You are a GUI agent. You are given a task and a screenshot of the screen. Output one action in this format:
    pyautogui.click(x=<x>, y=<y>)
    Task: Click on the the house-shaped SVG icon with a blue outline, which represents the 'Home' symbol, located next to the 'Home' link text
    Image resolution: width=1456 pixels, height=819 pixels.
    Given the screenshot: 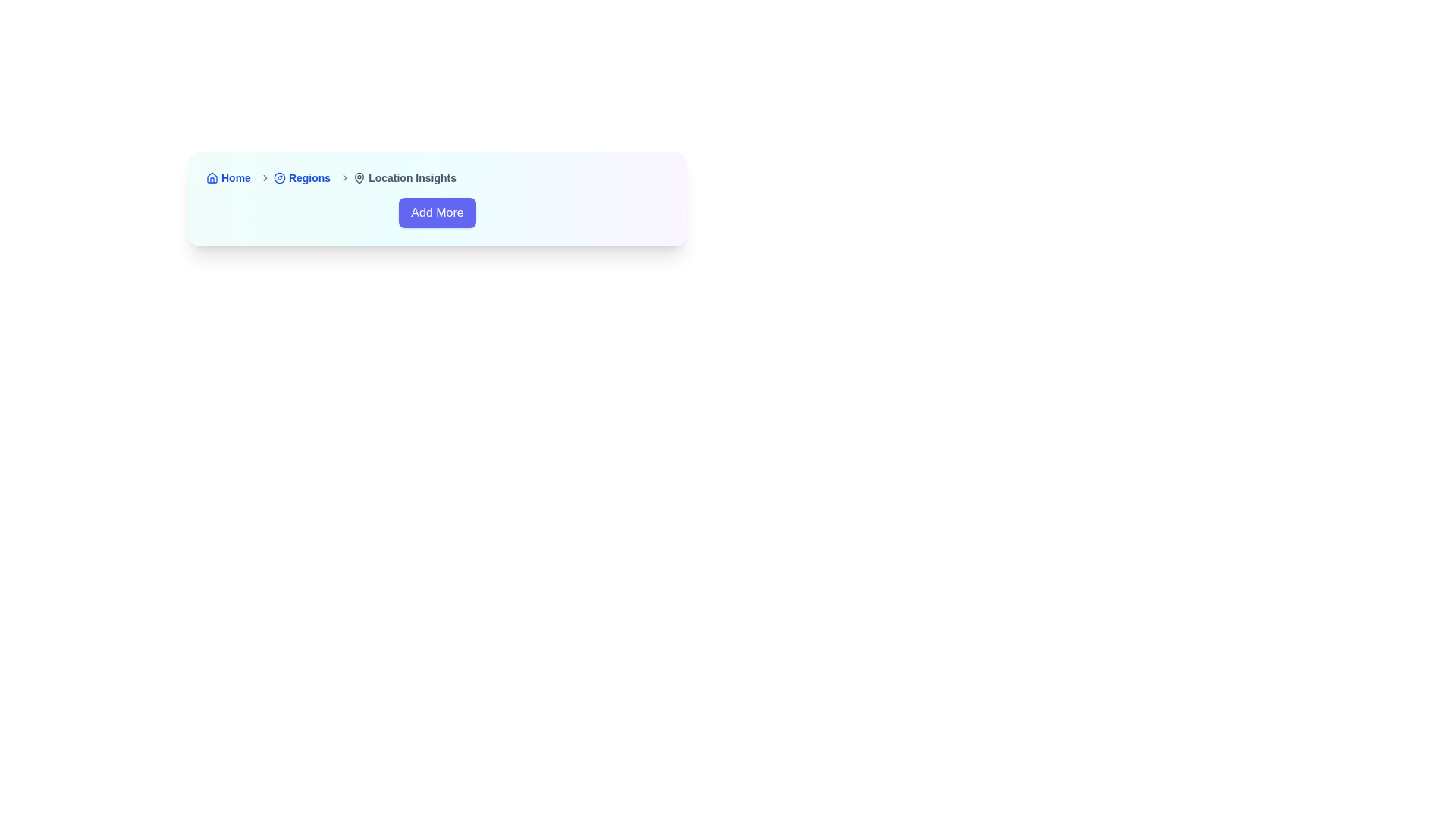 What is the action you would take?
    pyautogui.click(x=211, y=177)
    